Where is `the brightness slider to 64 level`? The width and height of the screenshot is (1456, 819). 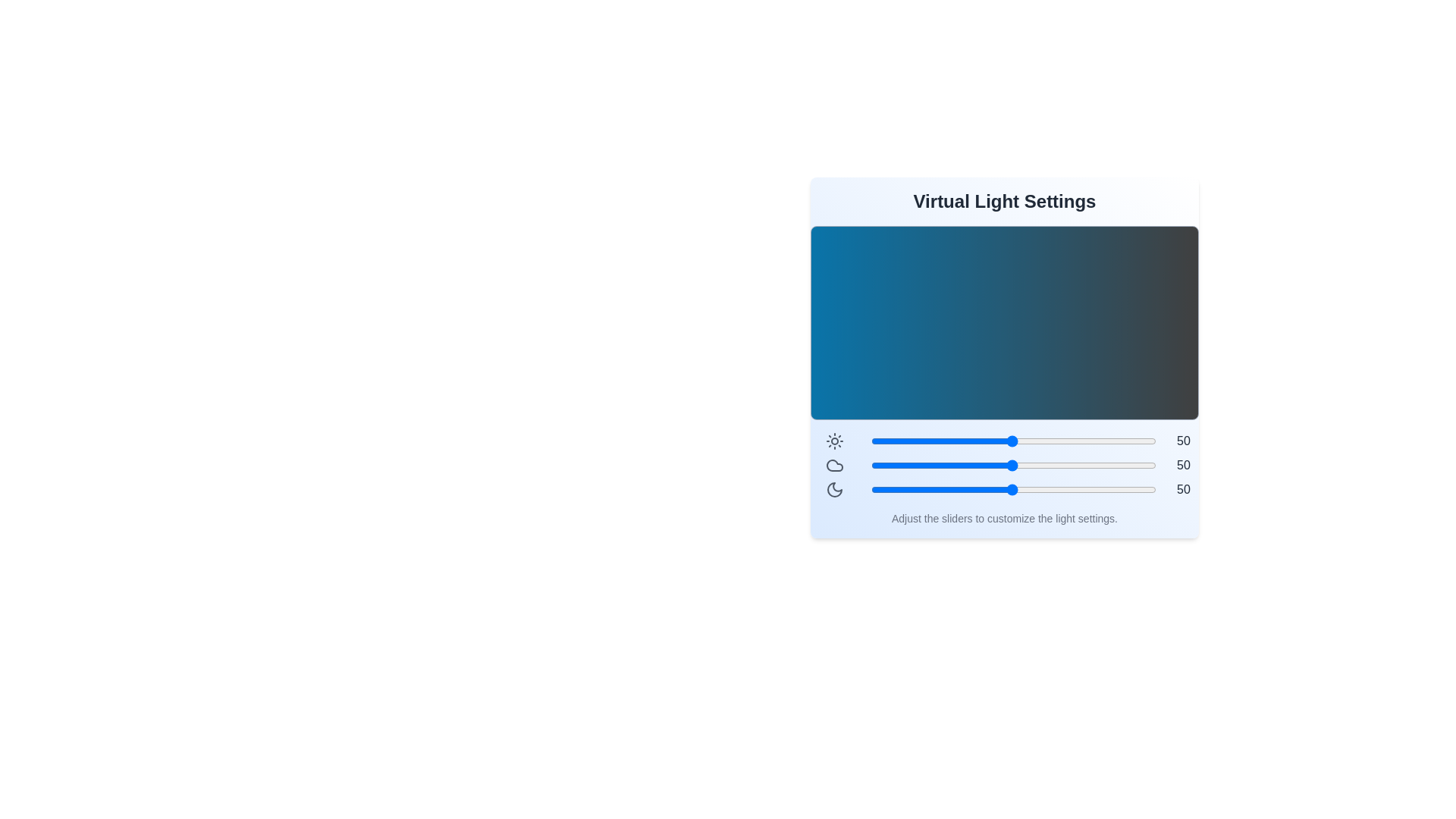
the brightness slider to 64 level is located at coordinates (1052, 441).